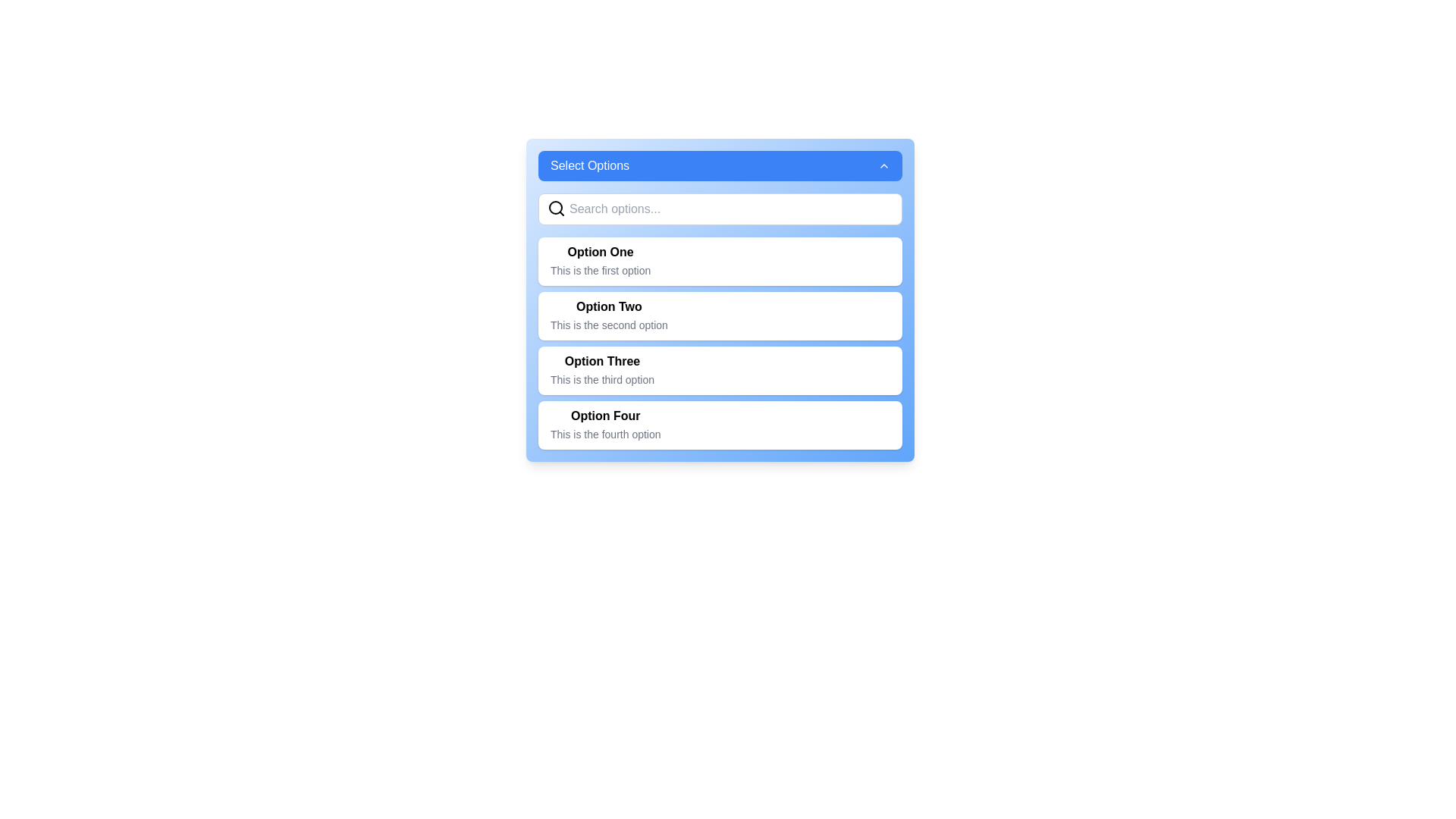  What do you see at coordinates (720, 343) in the screenshot?
I see `the third option in the dropdown menu to change its background color` at bounding box center [720, 343].